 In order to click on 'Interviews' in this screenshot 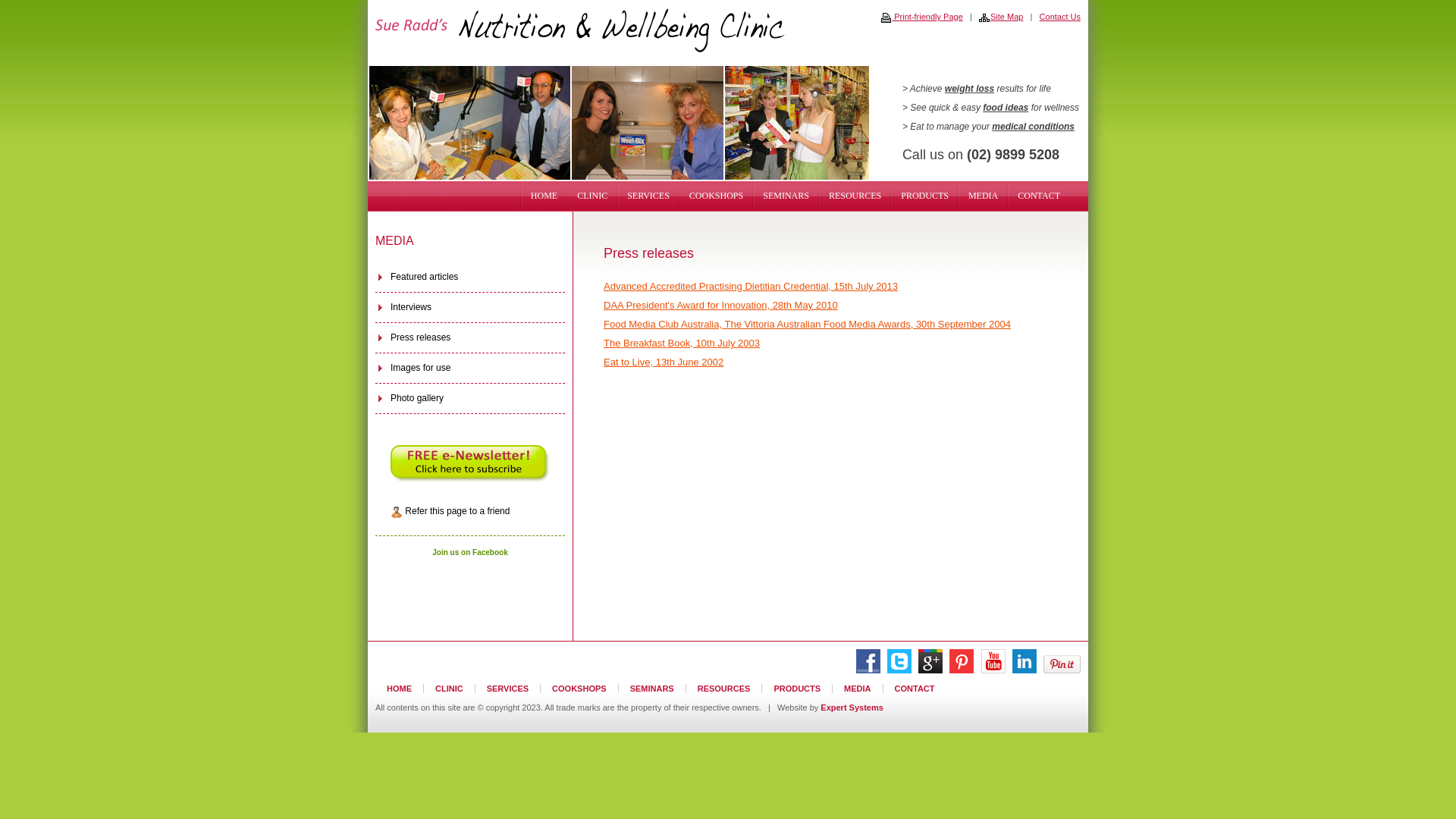, I will do `click(469, 307)`.